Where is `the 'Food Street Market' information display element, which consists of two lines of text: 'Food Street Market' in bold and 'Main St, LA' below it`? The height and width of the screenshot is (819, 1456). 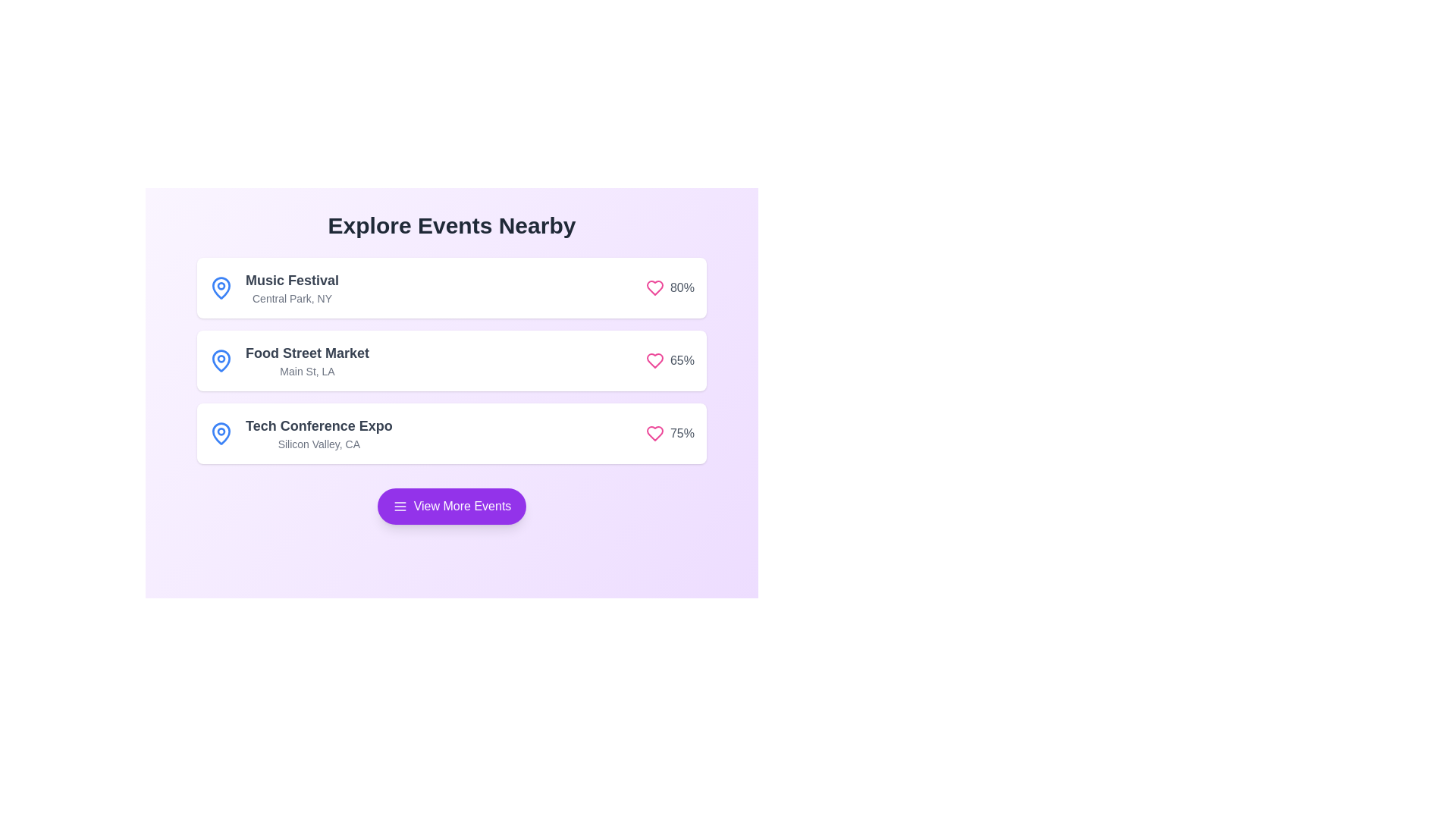
the 'Food Street Market' information display element, which consists of two lines of text: 'Food Street Market' in bold and 'Main St, LA' below it is located at coordinates (306, 360).